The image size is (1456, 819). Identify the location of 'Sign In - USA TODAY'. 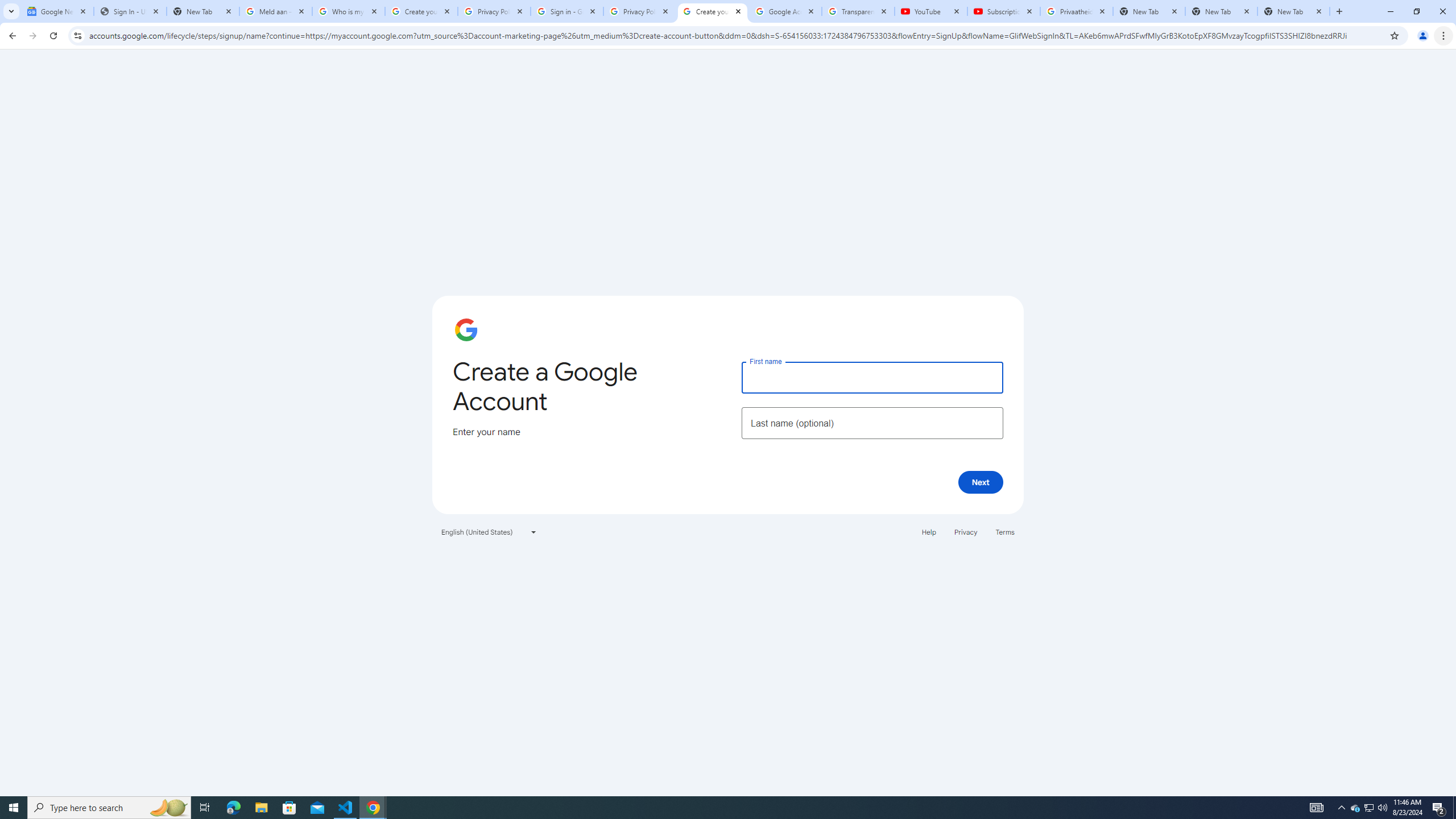
(130, 11).